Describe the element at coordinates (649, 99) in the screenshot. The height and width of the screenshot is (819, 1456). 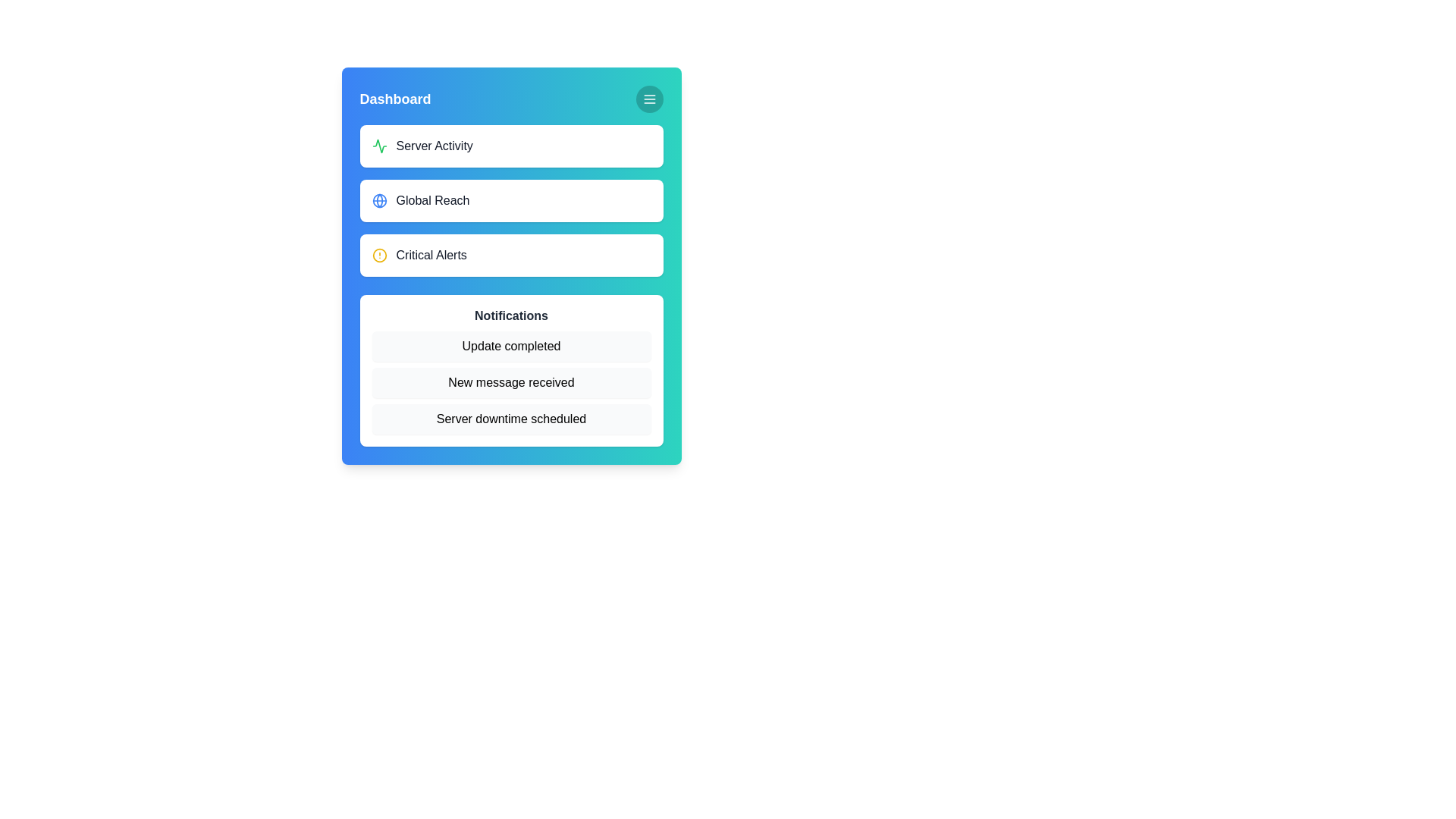
I see `the menu icon button represented by three horizontal lines, located at the top-right corner of the 'Dashboard' section` at that location.